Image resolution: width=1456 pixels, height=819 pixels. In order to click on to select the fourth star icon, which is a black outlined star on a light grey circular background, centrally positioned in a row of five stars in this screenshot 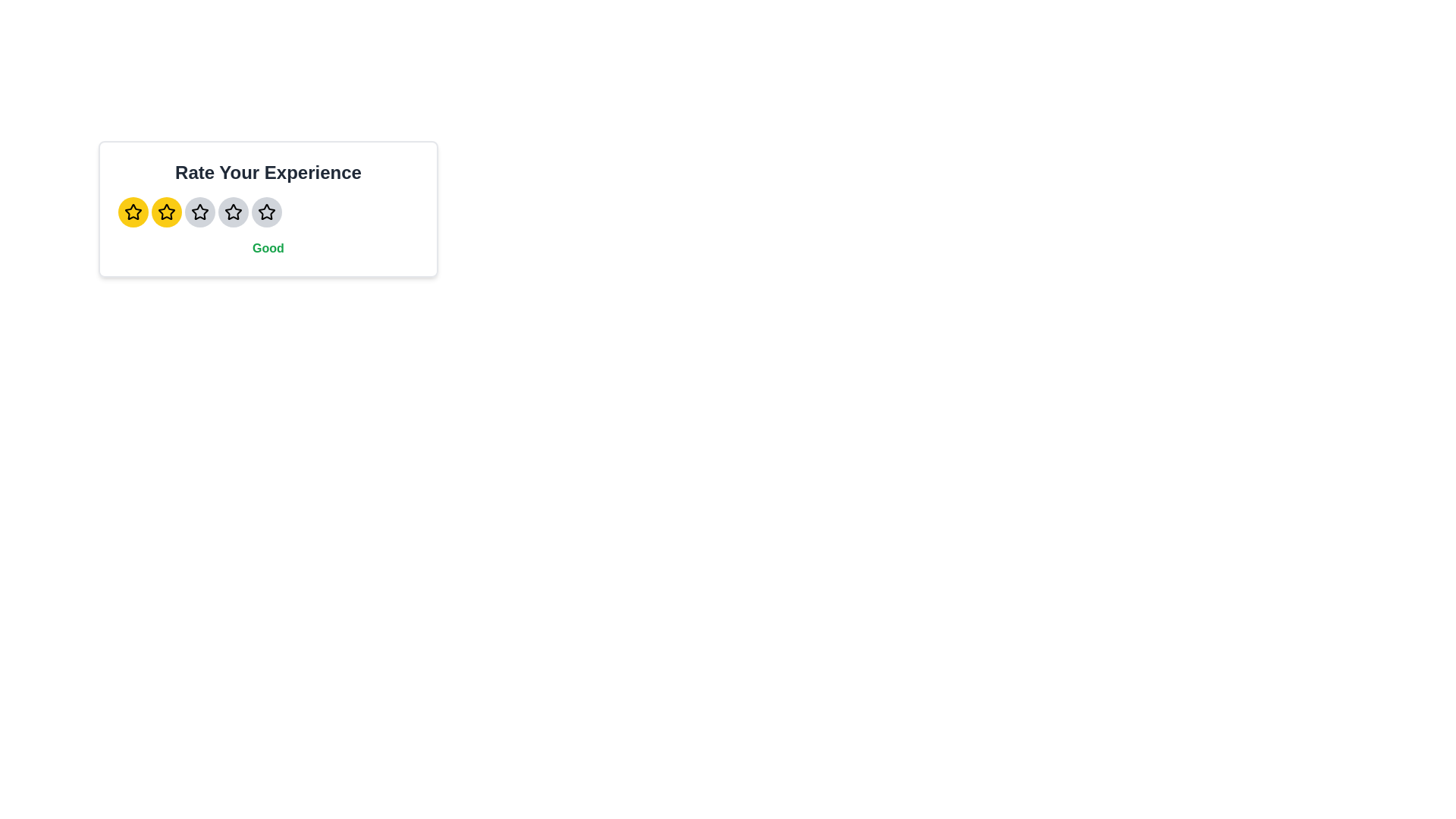, I will do `click(232, 212)`.